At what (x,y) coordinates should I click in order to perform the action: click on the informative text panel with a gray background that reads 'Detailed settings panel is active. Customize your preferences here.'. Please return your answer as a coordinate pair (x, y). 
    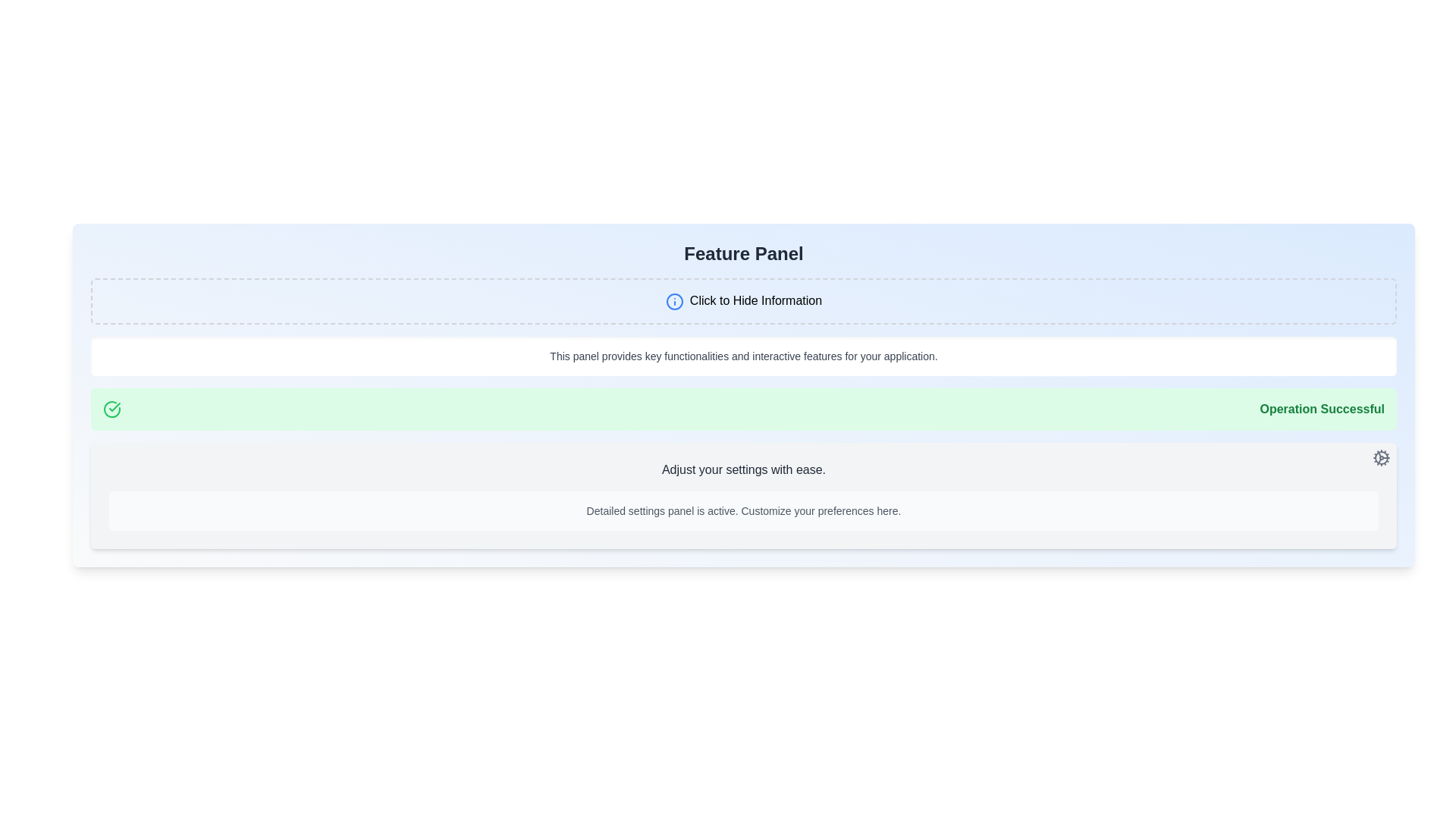
    Looking at the image, I should click on (743, 510).